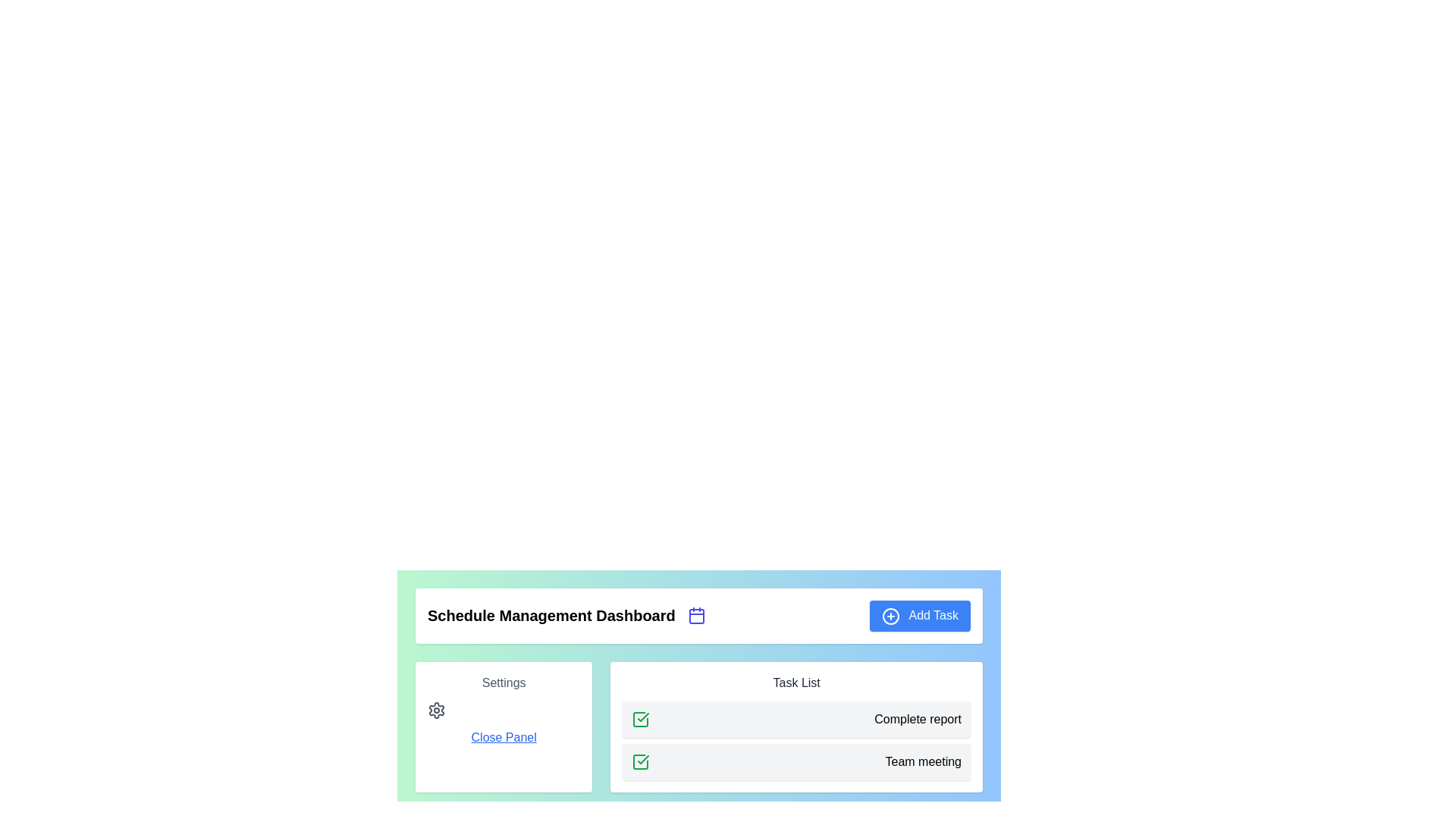 The image size is (1456, 819). What do you see at coordinates (641, 761) in the screenshot?
I see `the checkbox or status indicator icon located to the left of the 'Team meeting' row in the 'Task List' section` at bounding box center [641, 761].